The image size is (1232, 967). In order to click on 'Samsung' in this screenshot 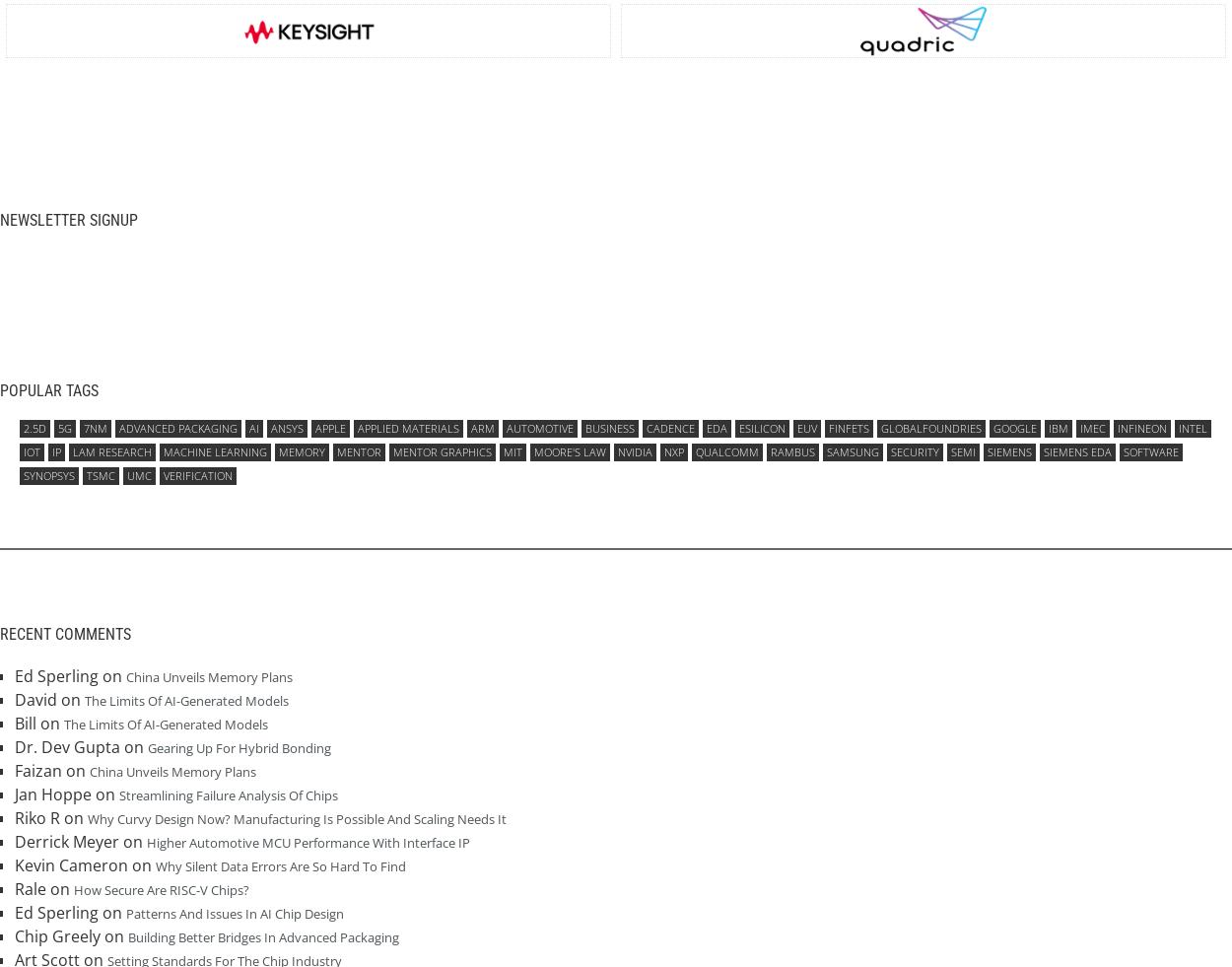, I will do `click(852, 450)`.